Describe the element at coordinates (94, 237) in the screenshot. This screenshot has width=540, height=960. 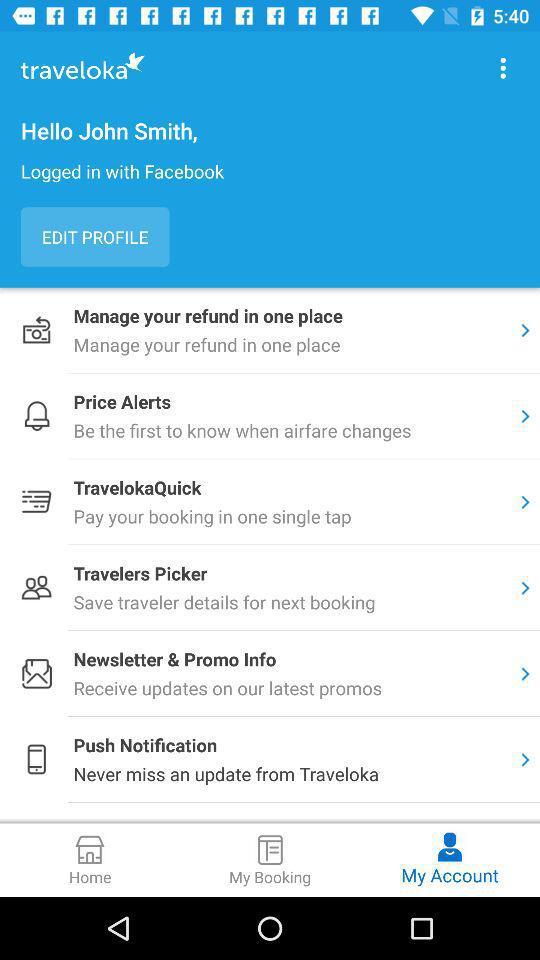
I see `the icon below the logged in with icon` at that location.